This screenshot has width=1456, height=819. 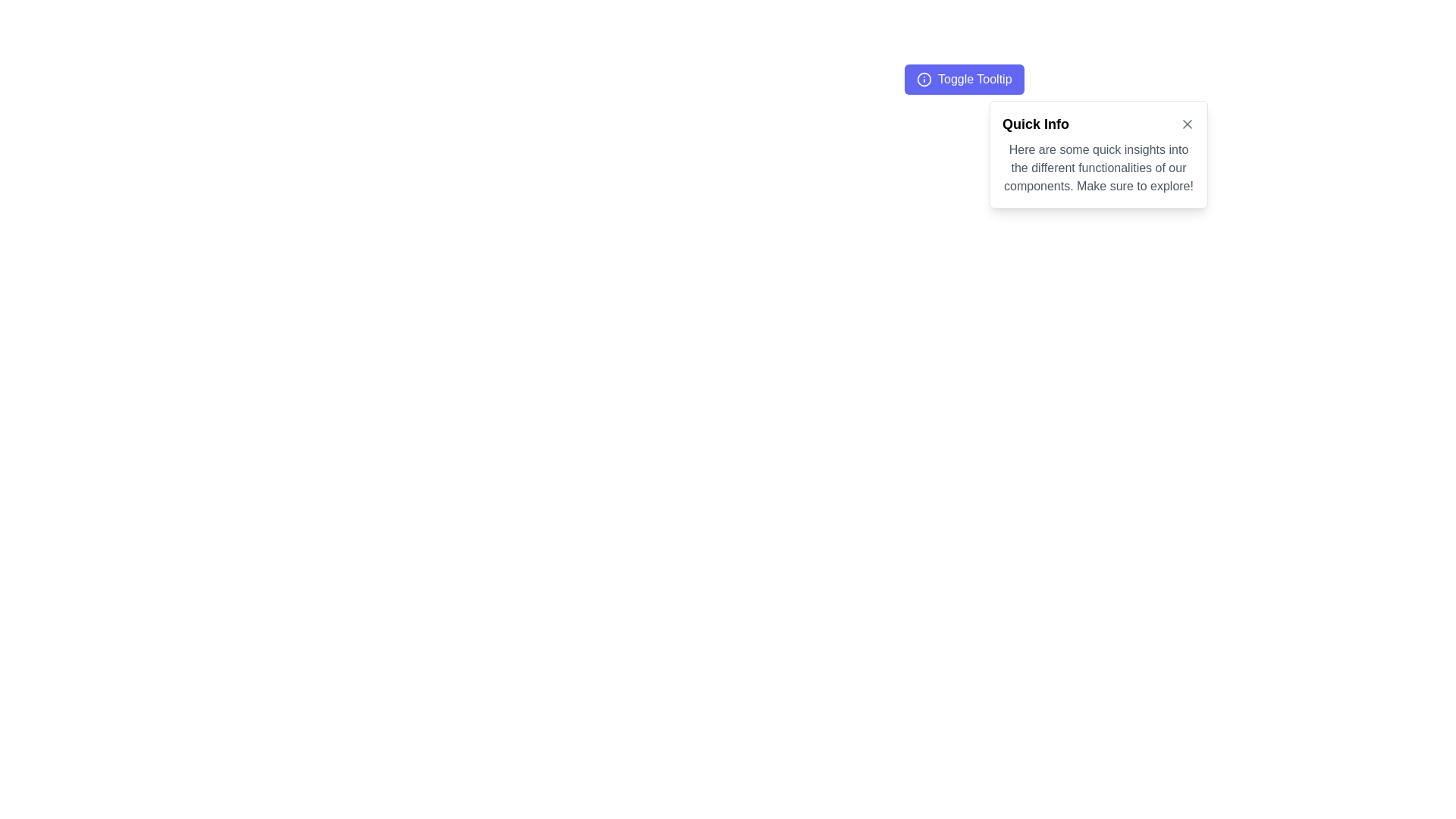 I want to click on the button containing the text label located to the right of the icon, so click(x=974, y=79).